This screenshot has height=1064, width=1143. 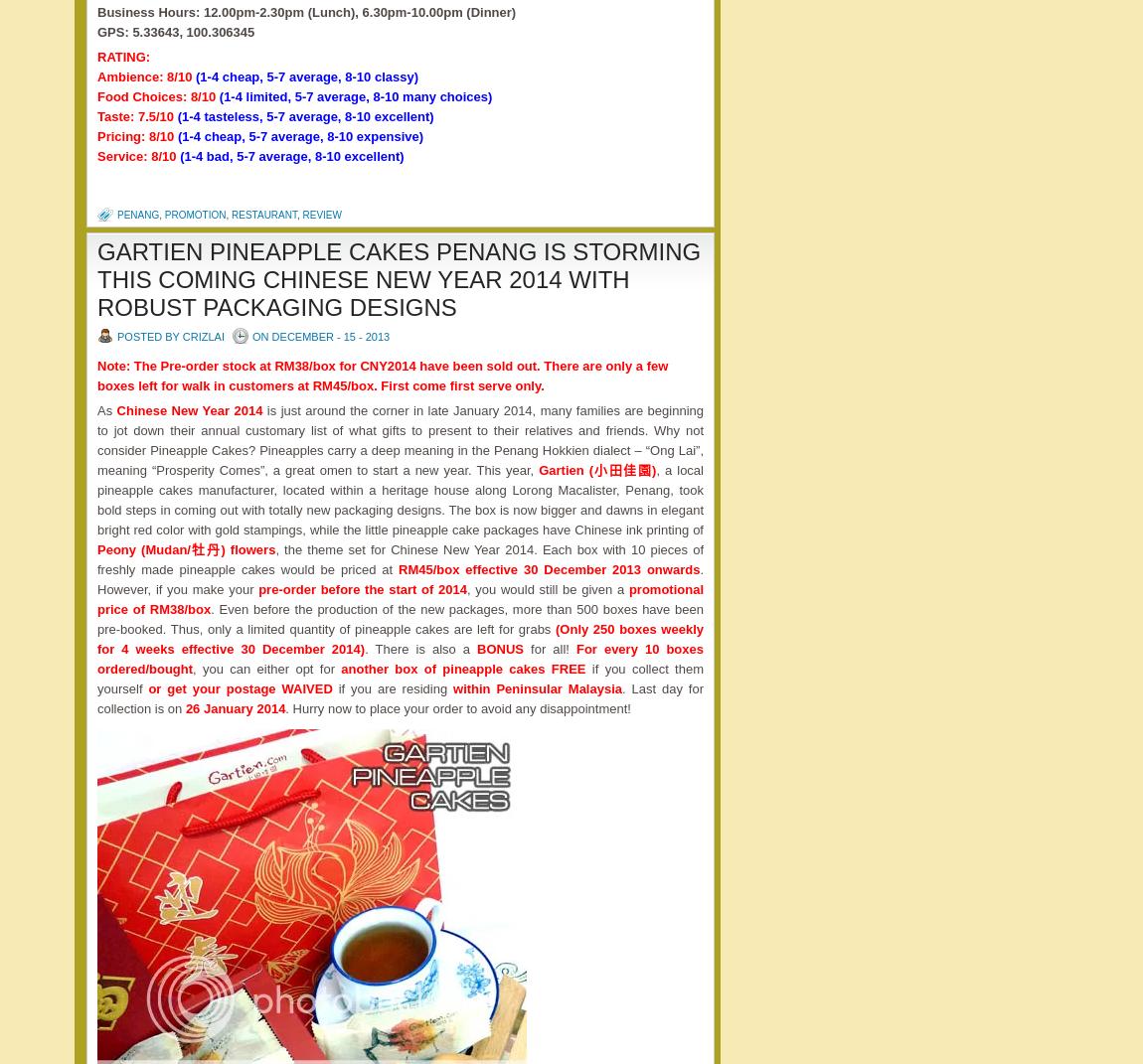 What do you see at coordinates (393, 688) in the screenshot?
I see `'if you are residing'` at bounding box center [393, 688].